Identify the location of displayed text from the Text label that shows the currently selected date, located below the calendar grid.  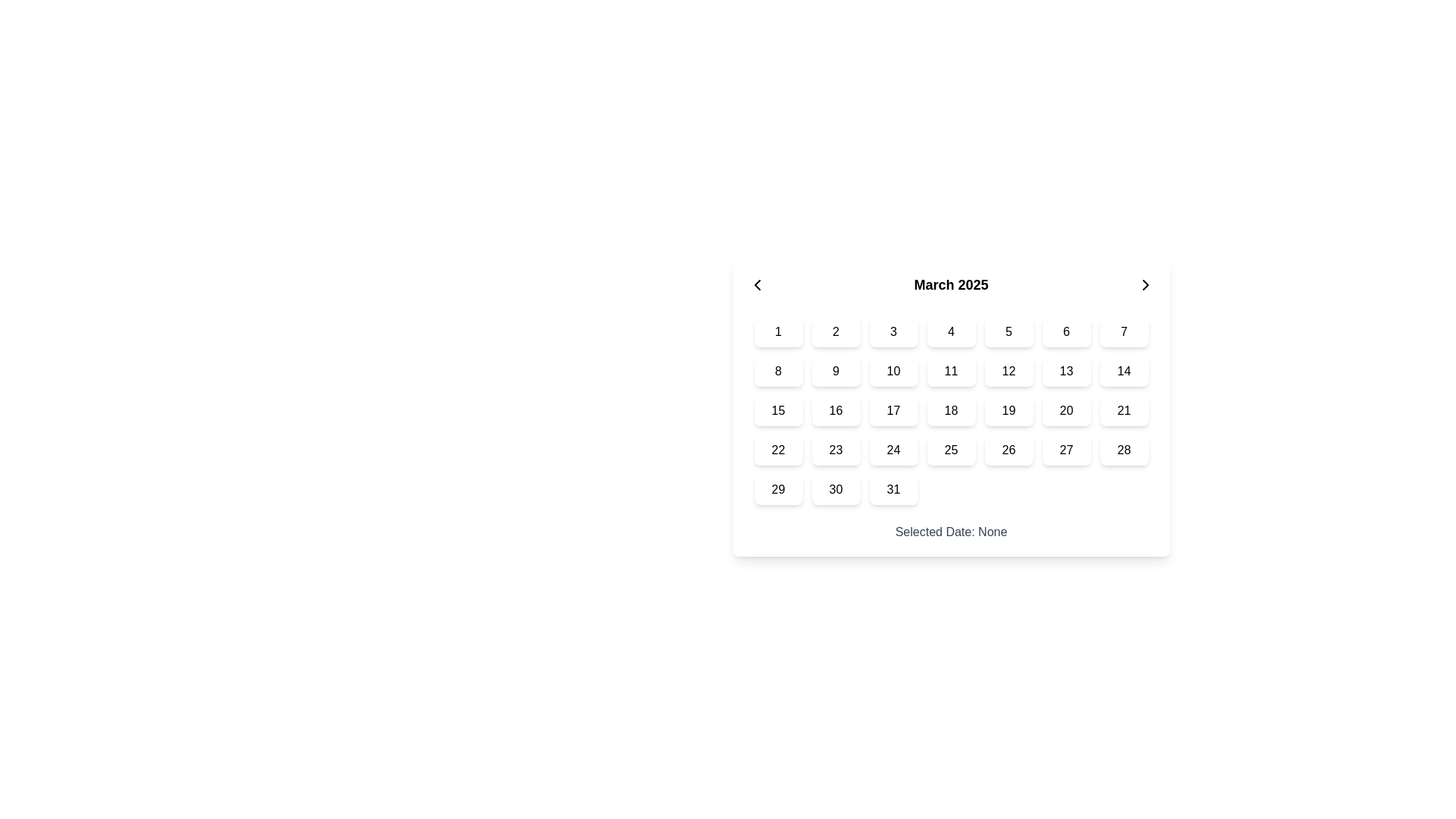
(950, 532).